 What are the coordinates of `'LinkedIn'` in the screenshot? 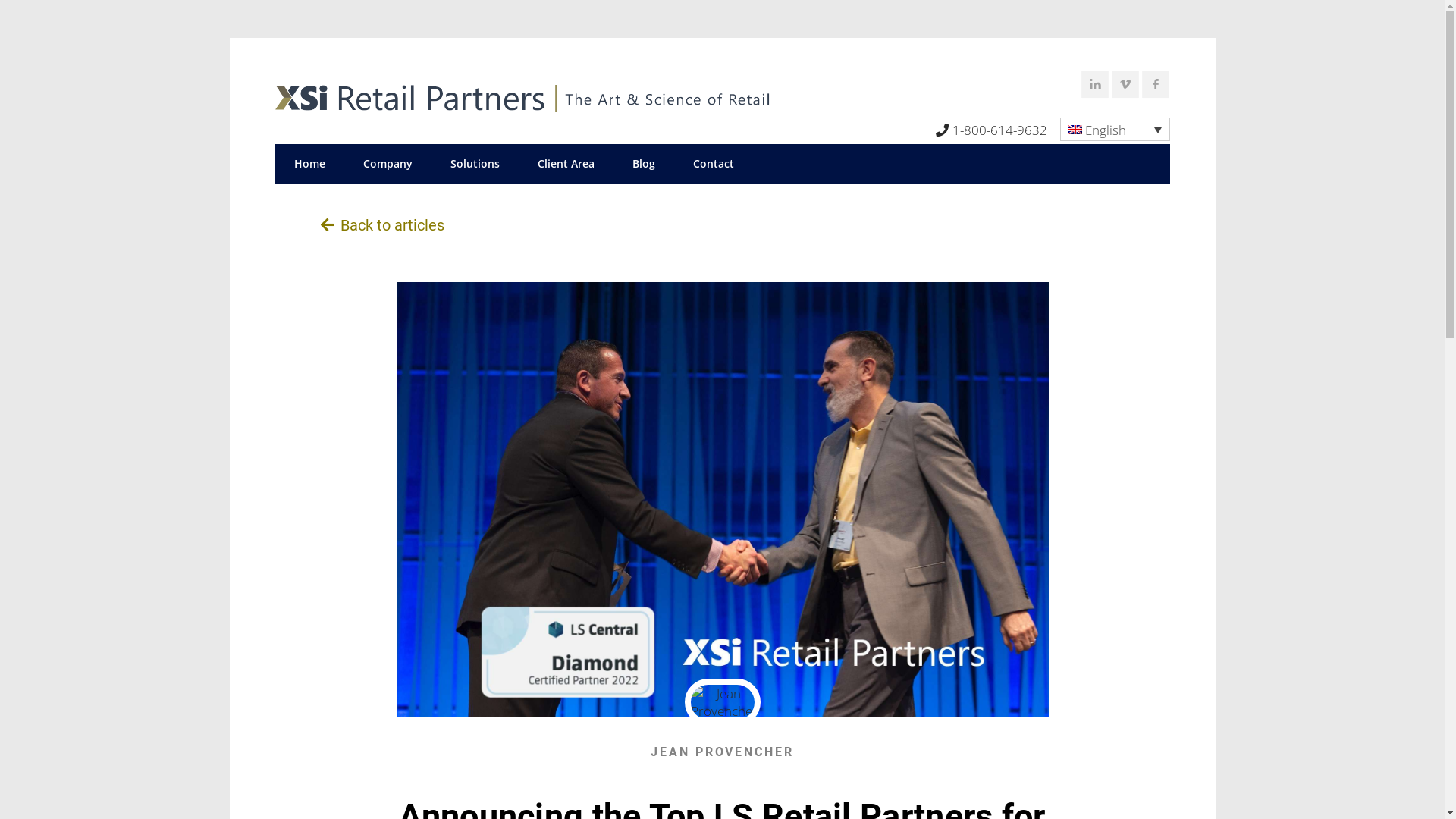 It's located at (1080, 86).